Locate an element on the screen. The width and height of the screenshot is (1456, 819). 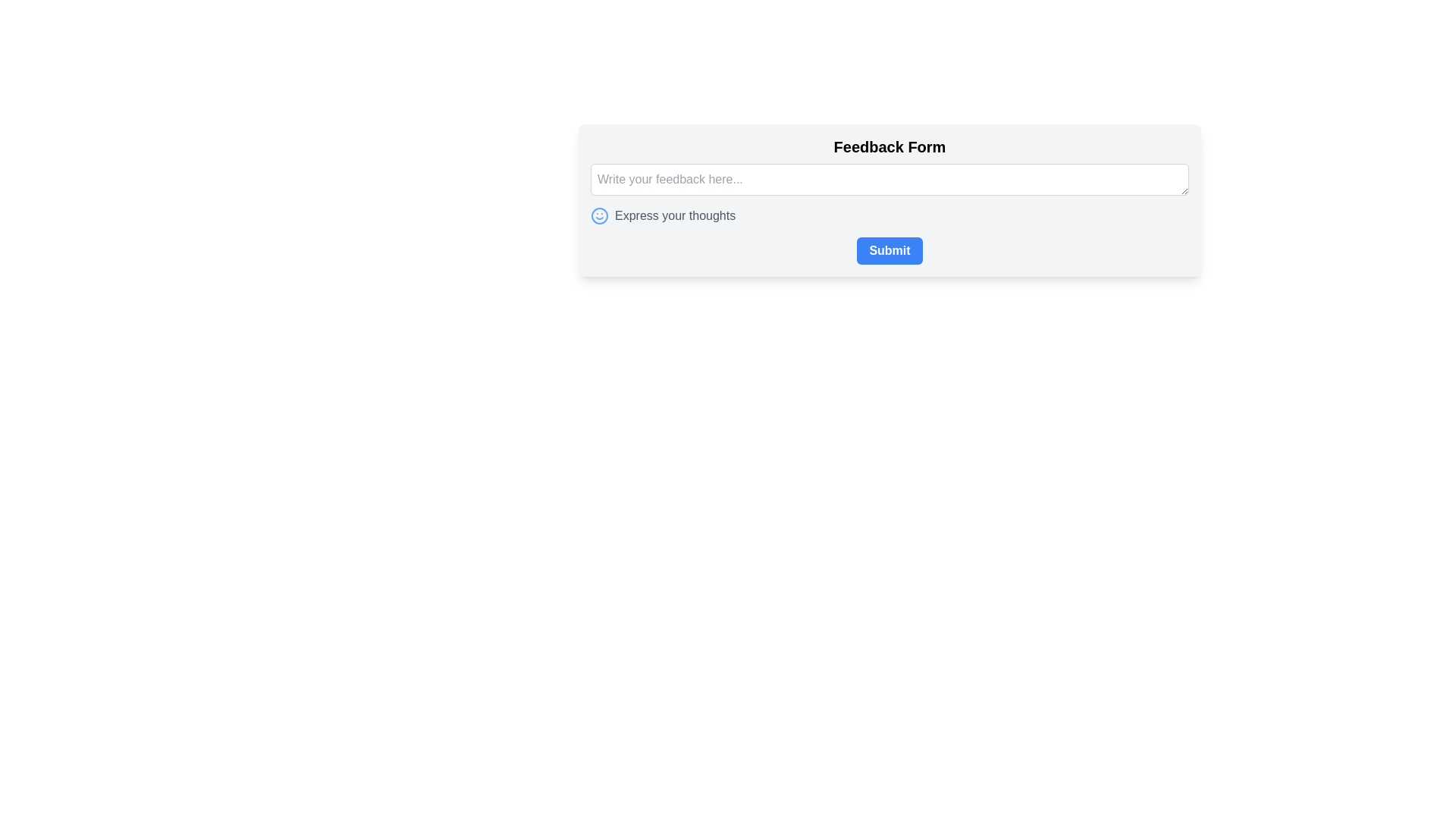
the decorative icon located to the left of the label 'Express your thoughts', which signifies positivity or feedback is located at coordinates (599, 216).